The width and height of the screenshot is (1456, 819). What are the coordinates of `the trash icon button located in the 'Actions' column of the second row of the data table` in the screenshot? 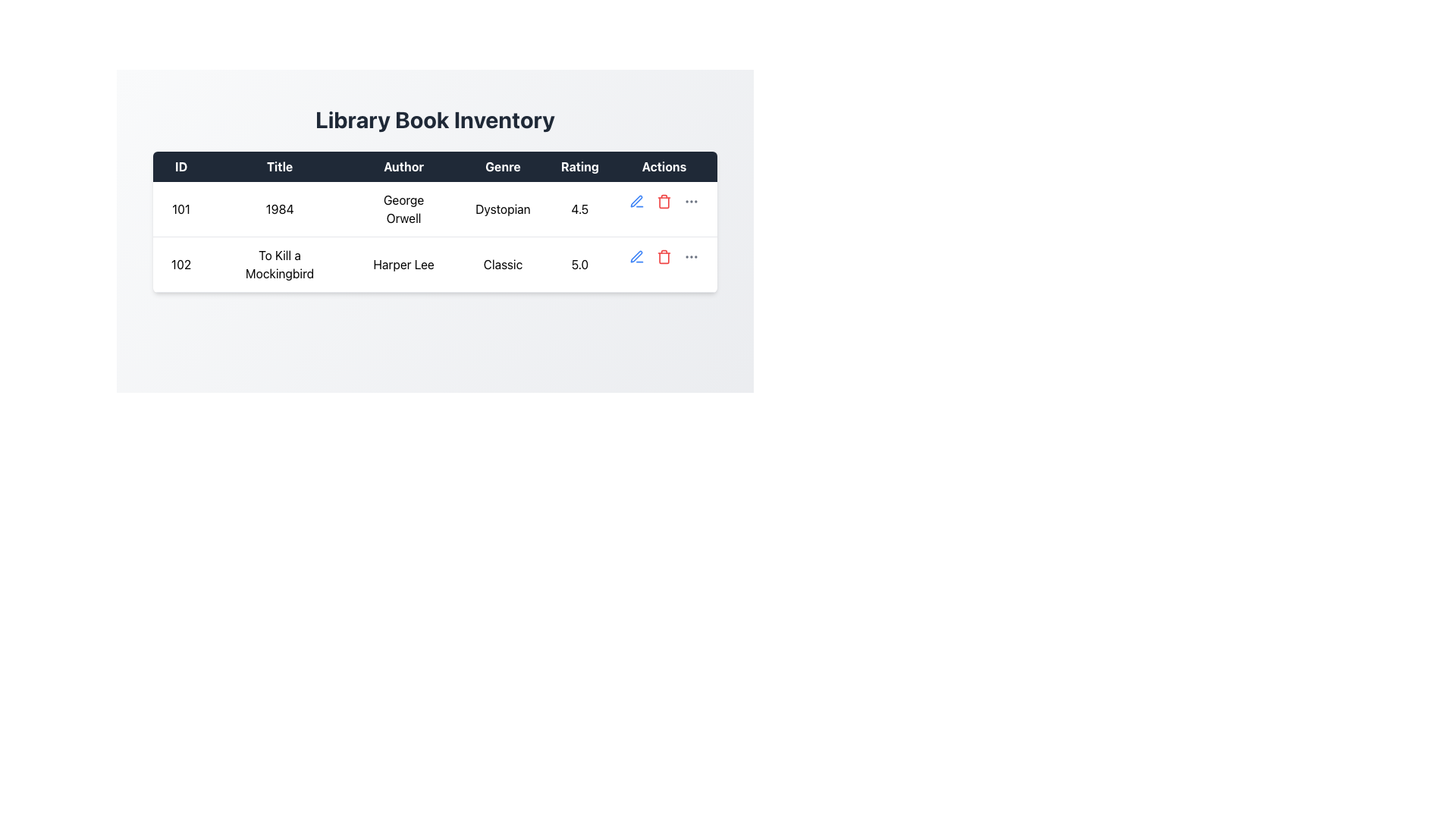 It's located at (664, 254).